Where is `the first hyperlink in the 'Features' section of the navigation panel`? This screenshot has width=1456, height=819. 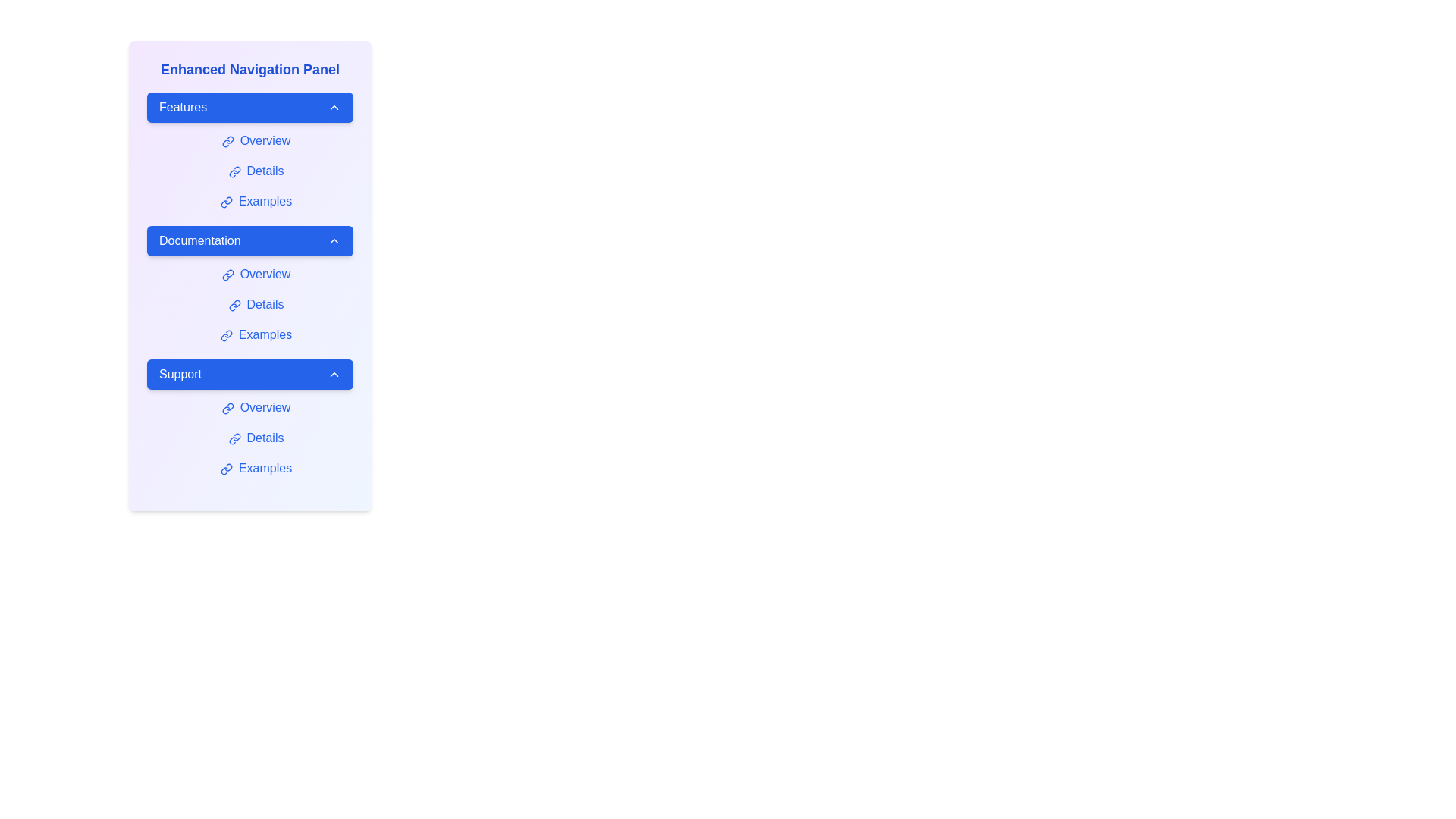 the first hyperlink in the 'Features' section of the navigation panel is located at coordinates (256, 140).